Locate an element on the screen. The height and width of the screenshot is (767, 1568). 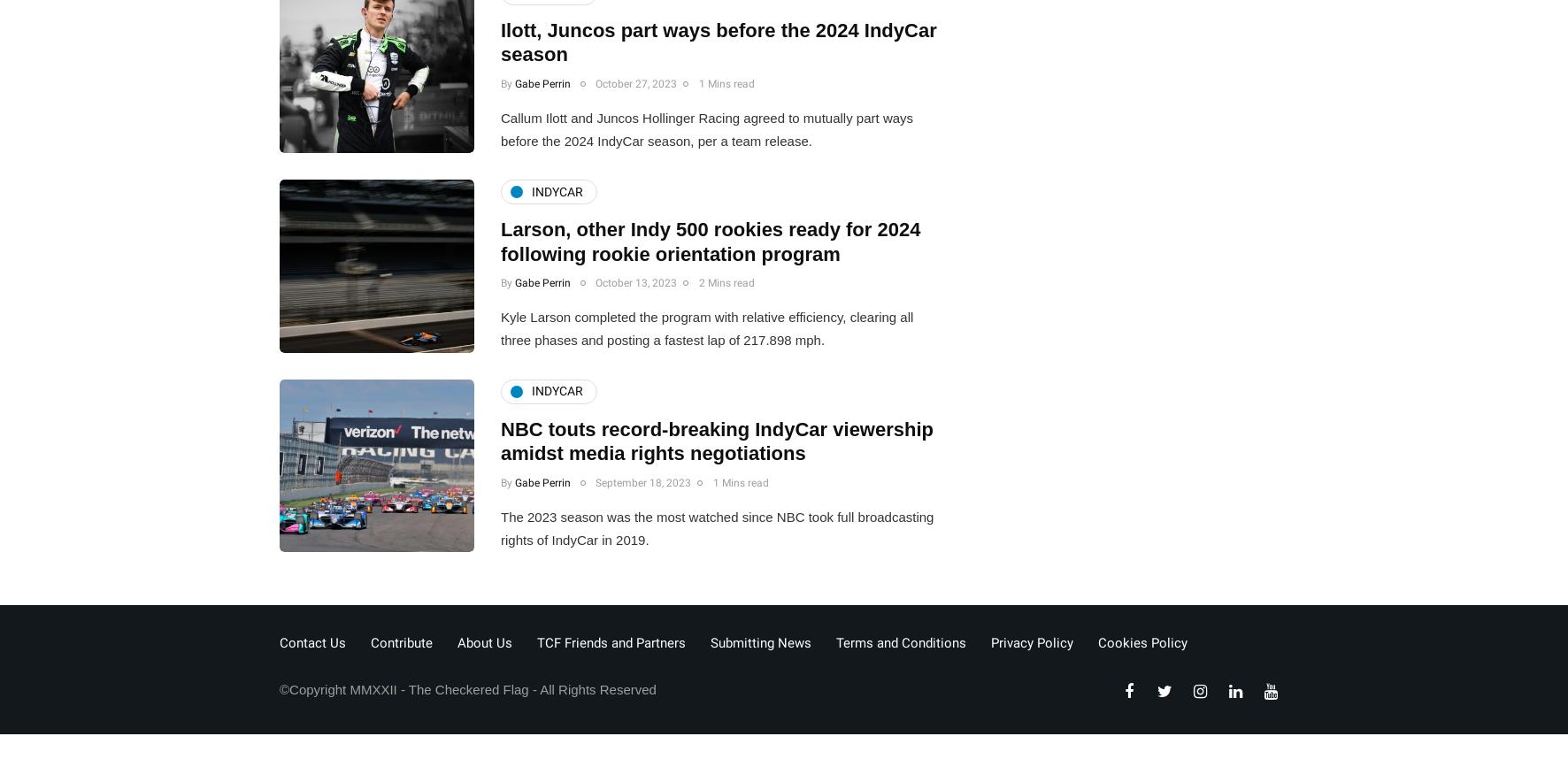
'Cookies Policy' is located at coordinates (1142, 641).